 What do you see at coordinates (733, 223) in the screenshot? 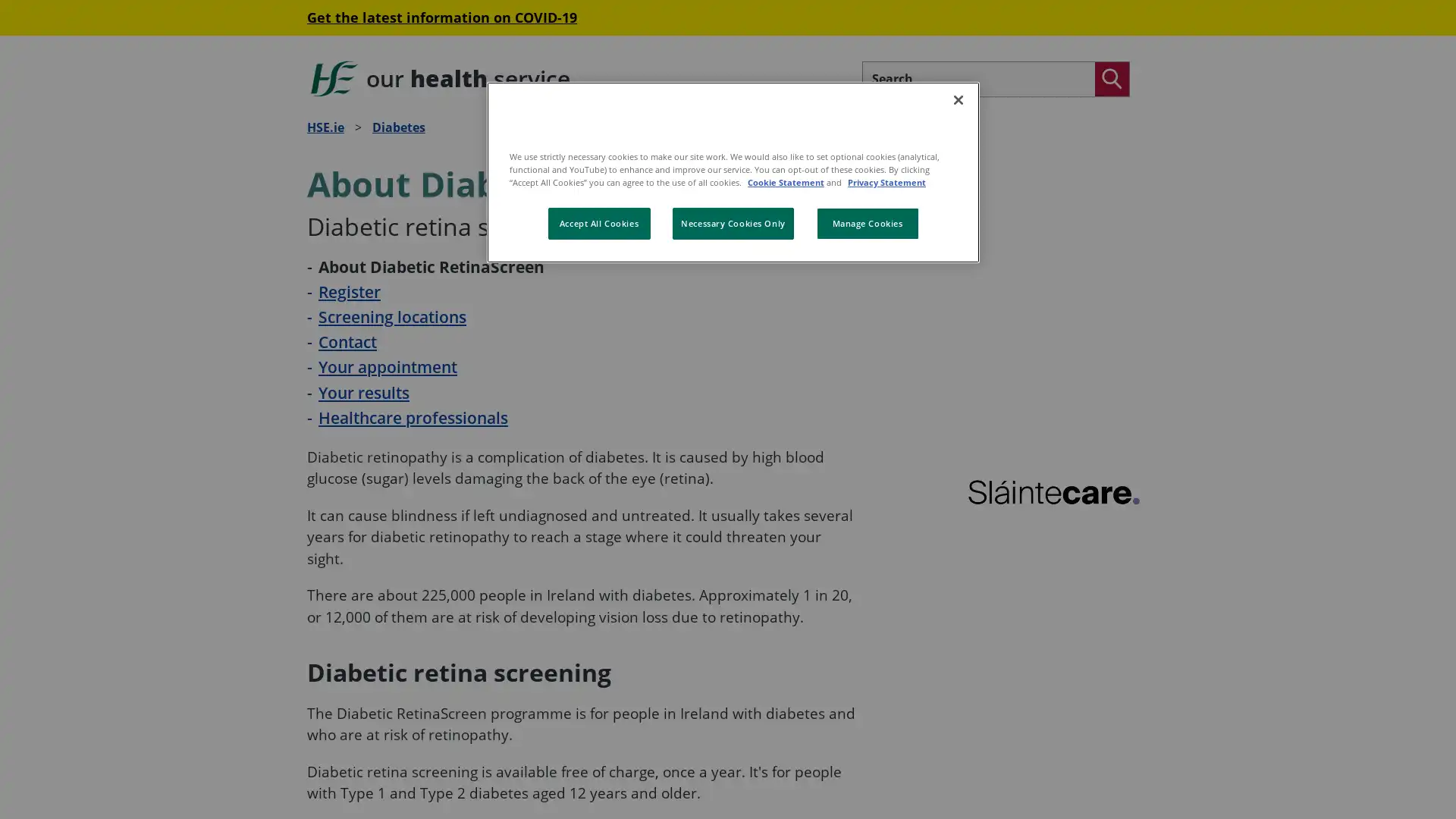
I see `Necessary Cookies Only` at bounding box center [733, 223].